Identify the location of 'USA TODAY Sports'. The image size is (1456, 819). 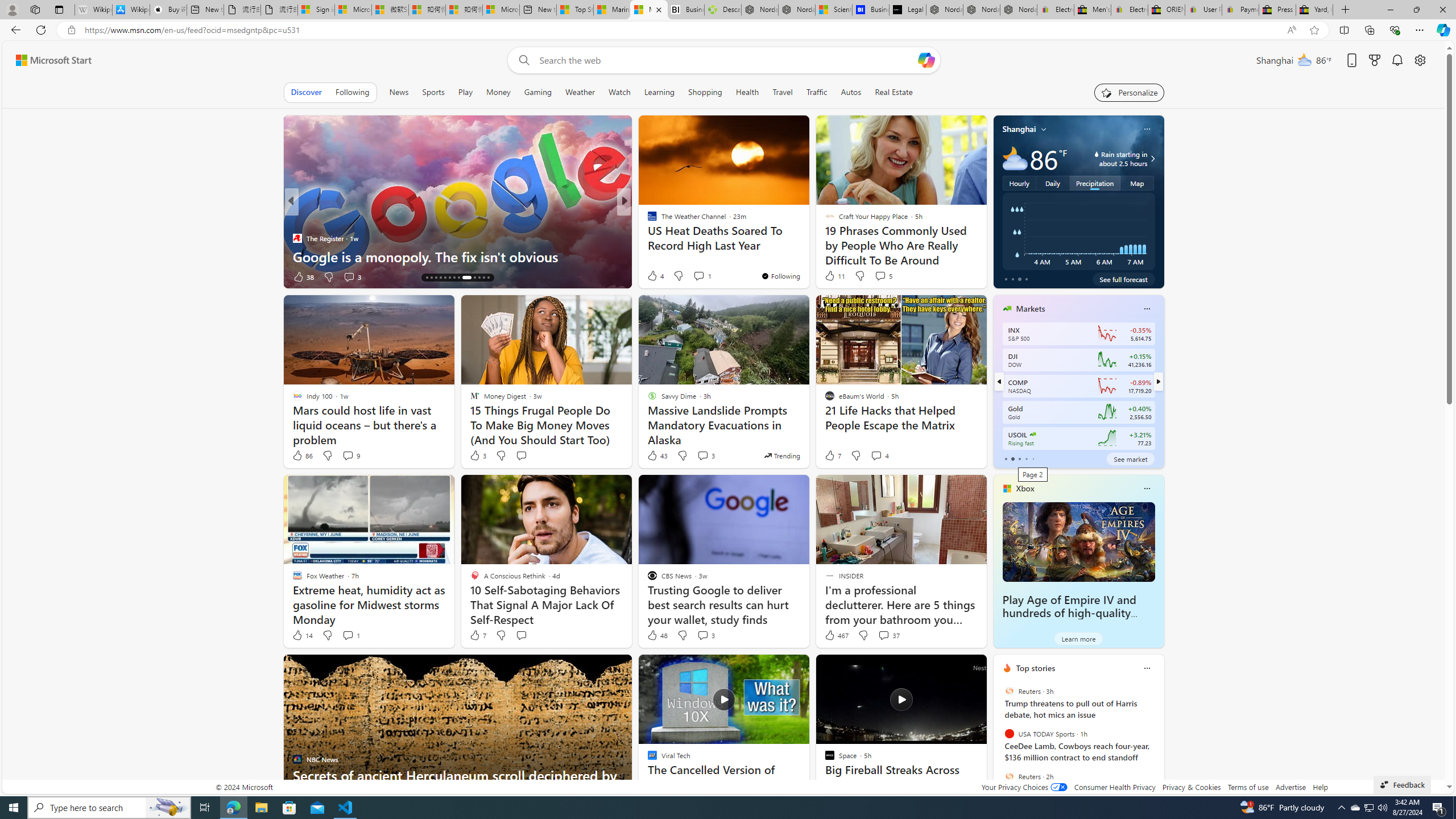
(1008, 734).